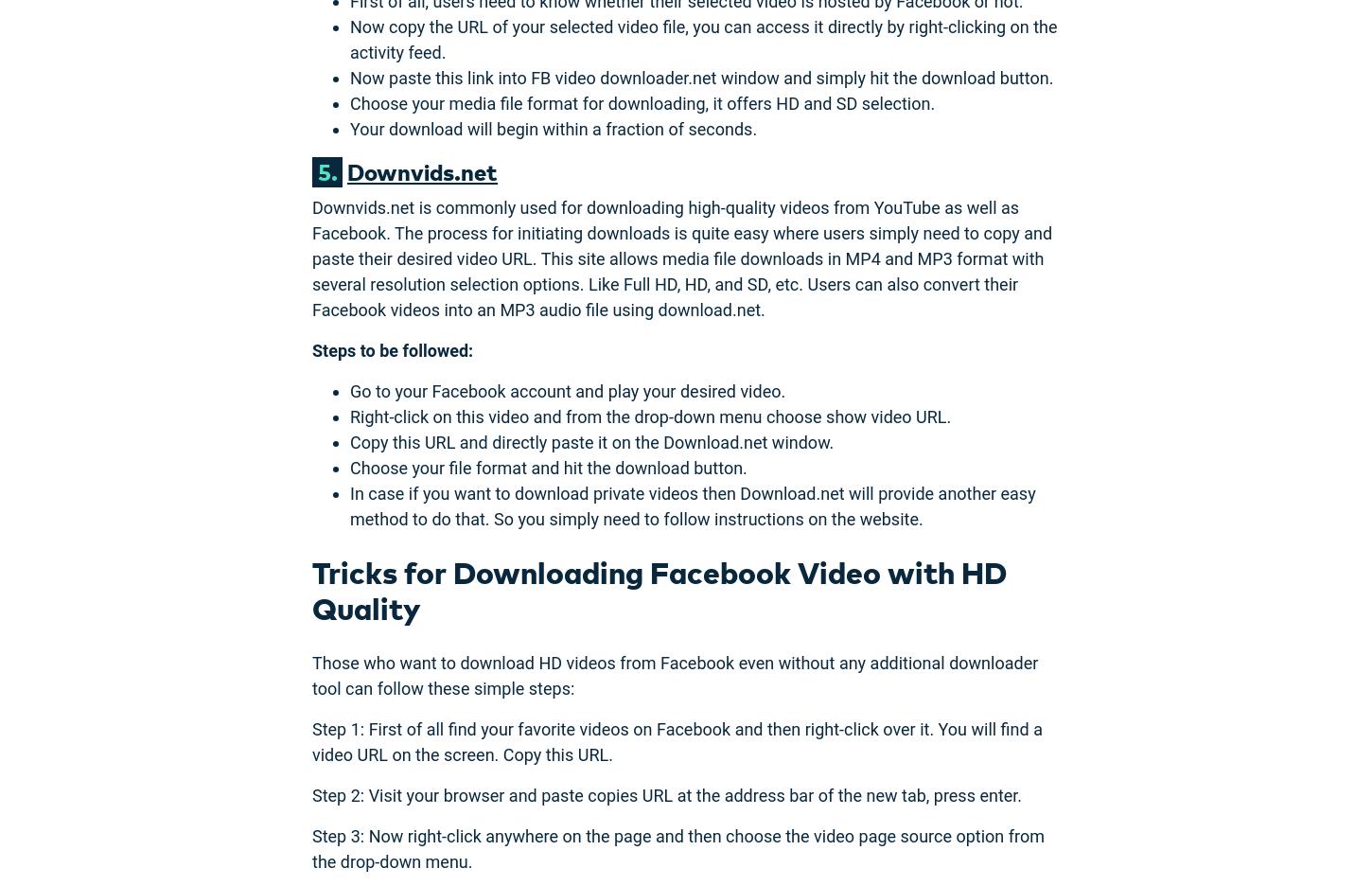  Describe the element at coordinates (345, 169) in the screenshot. I see `'Downvids.net'` at that location.